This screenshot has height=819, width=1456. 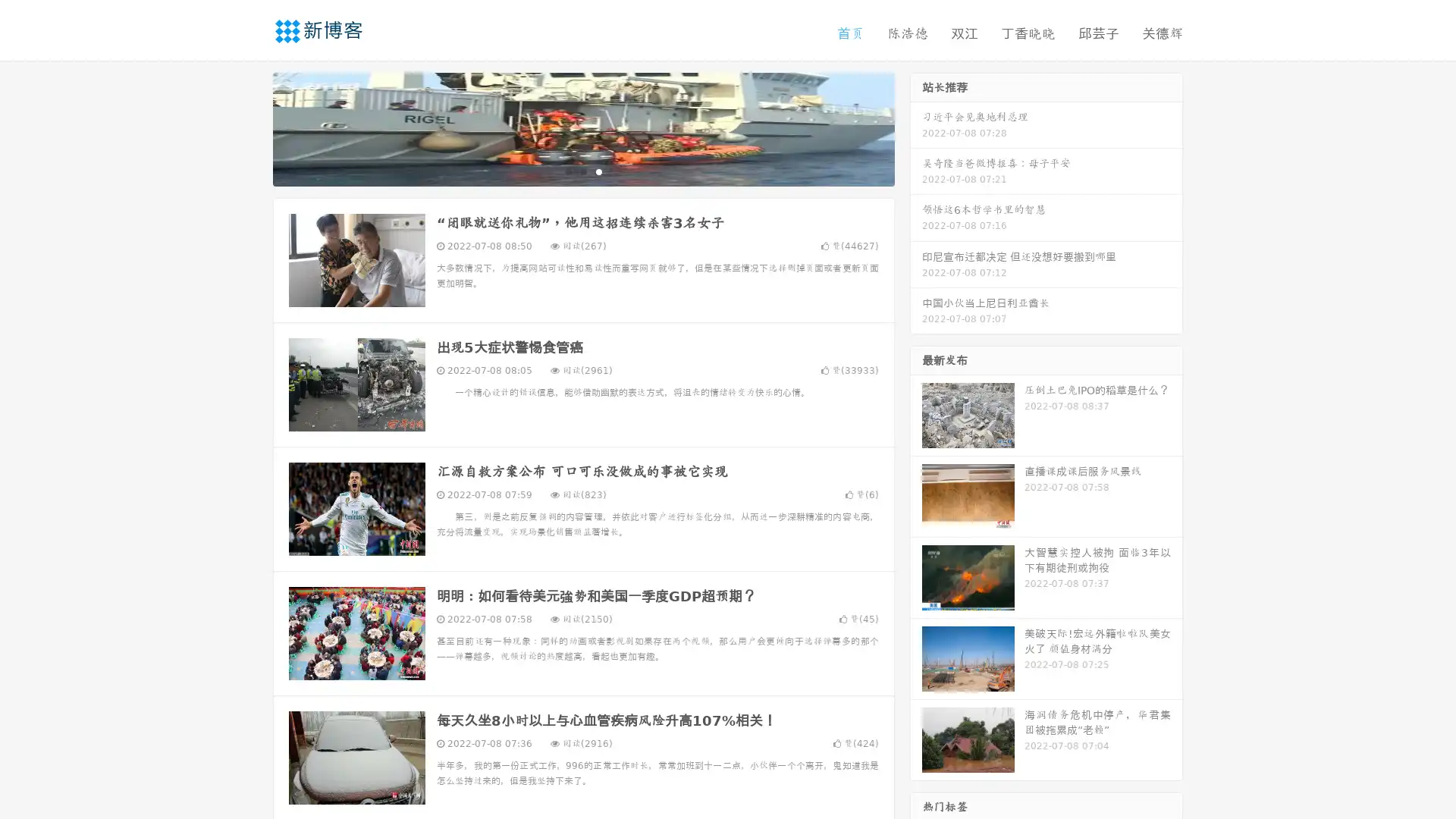 I want to click on Go to slide 2, so click(x=582, y=171).